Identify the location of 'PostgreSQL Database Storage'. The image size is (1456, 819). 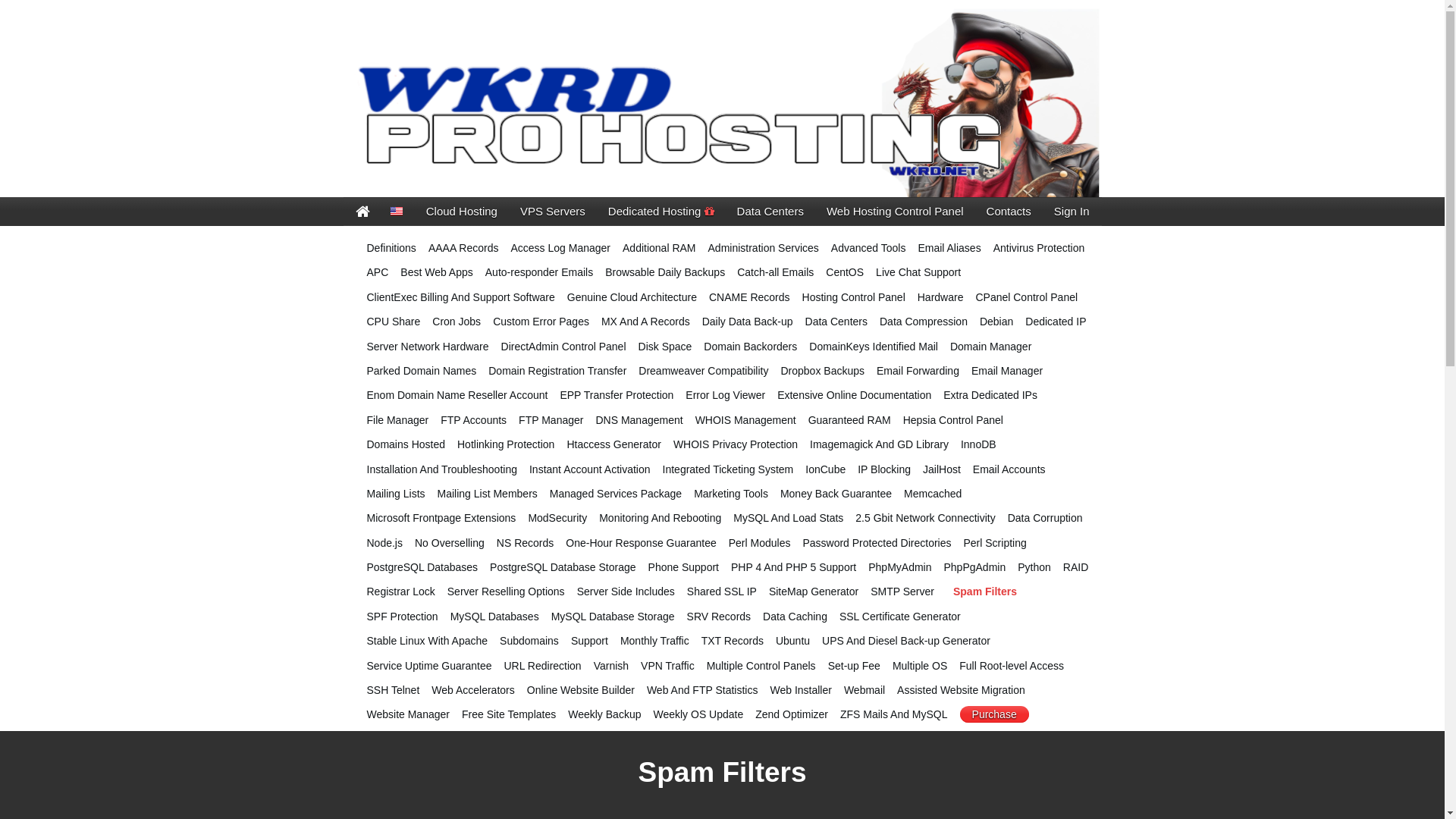
(562, 567).